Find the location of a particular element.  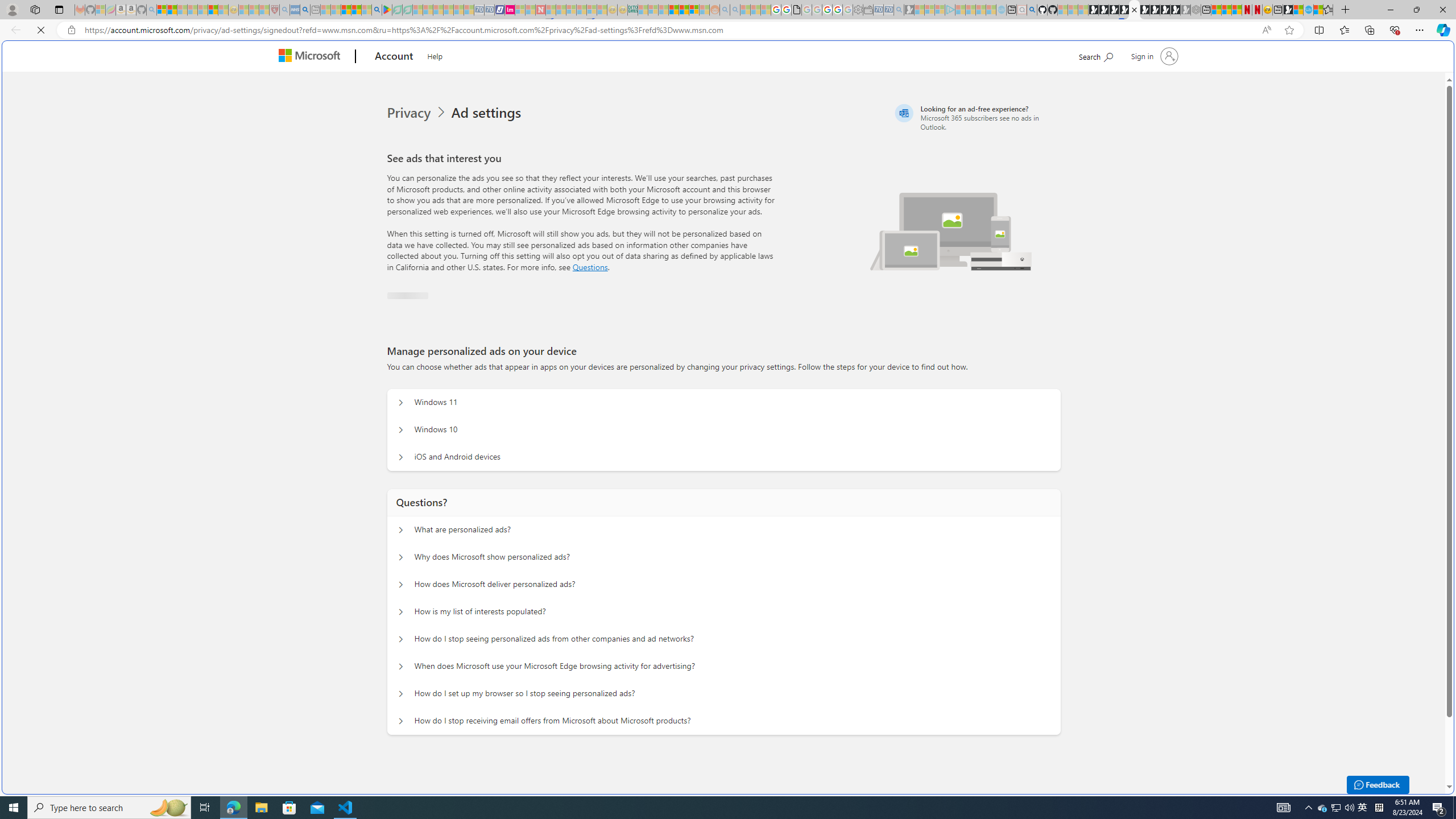

'Sign in to your account' is located at coordinates (1152, 55).